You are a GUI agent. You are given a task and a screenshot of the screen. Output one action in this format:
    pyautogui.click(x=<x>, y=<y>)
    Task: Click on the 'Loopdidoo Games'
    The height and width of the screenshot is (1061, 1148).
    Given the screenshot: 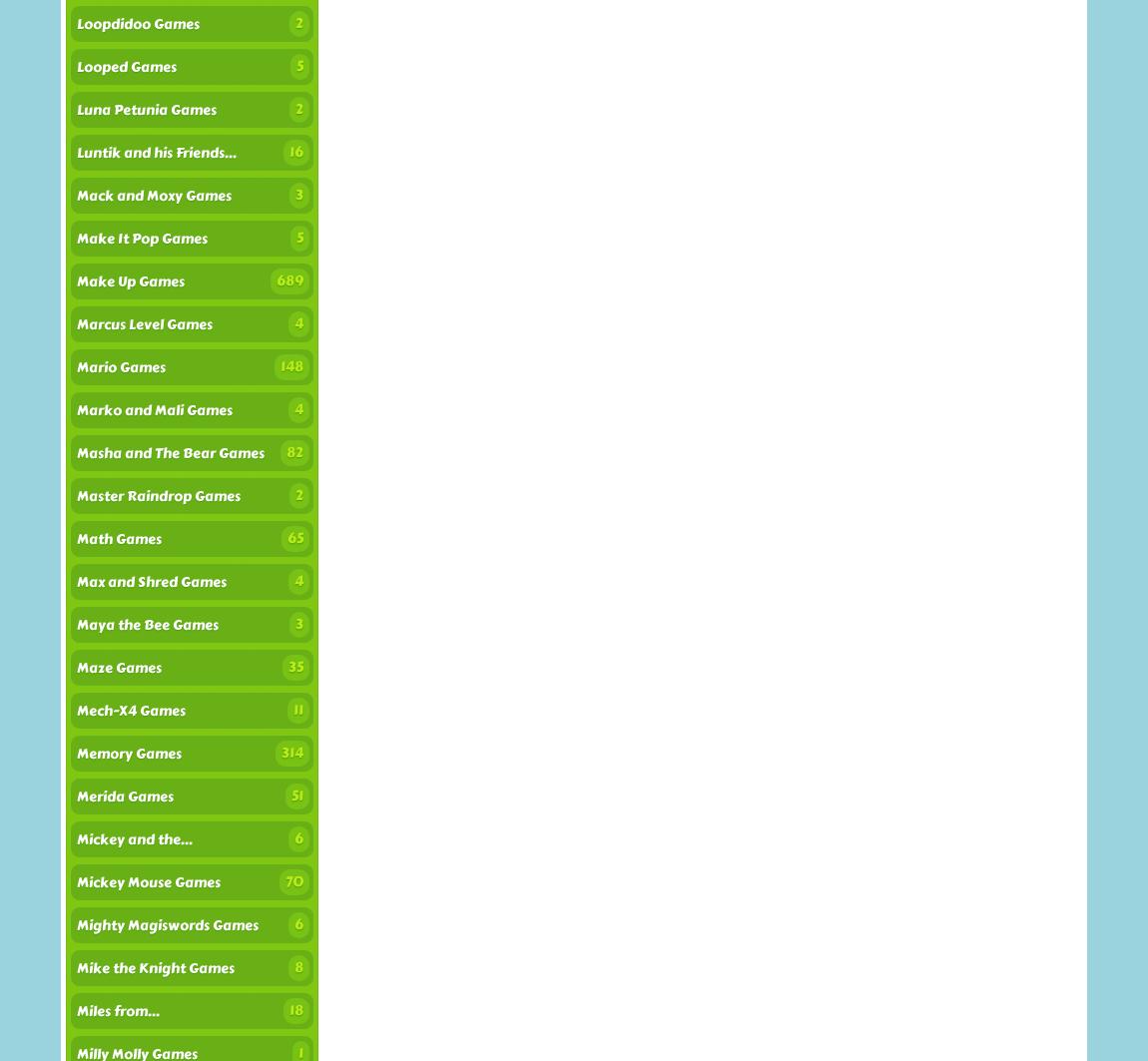 What is the action you would take?
    pyautogui.click(x=137, y=24)
    